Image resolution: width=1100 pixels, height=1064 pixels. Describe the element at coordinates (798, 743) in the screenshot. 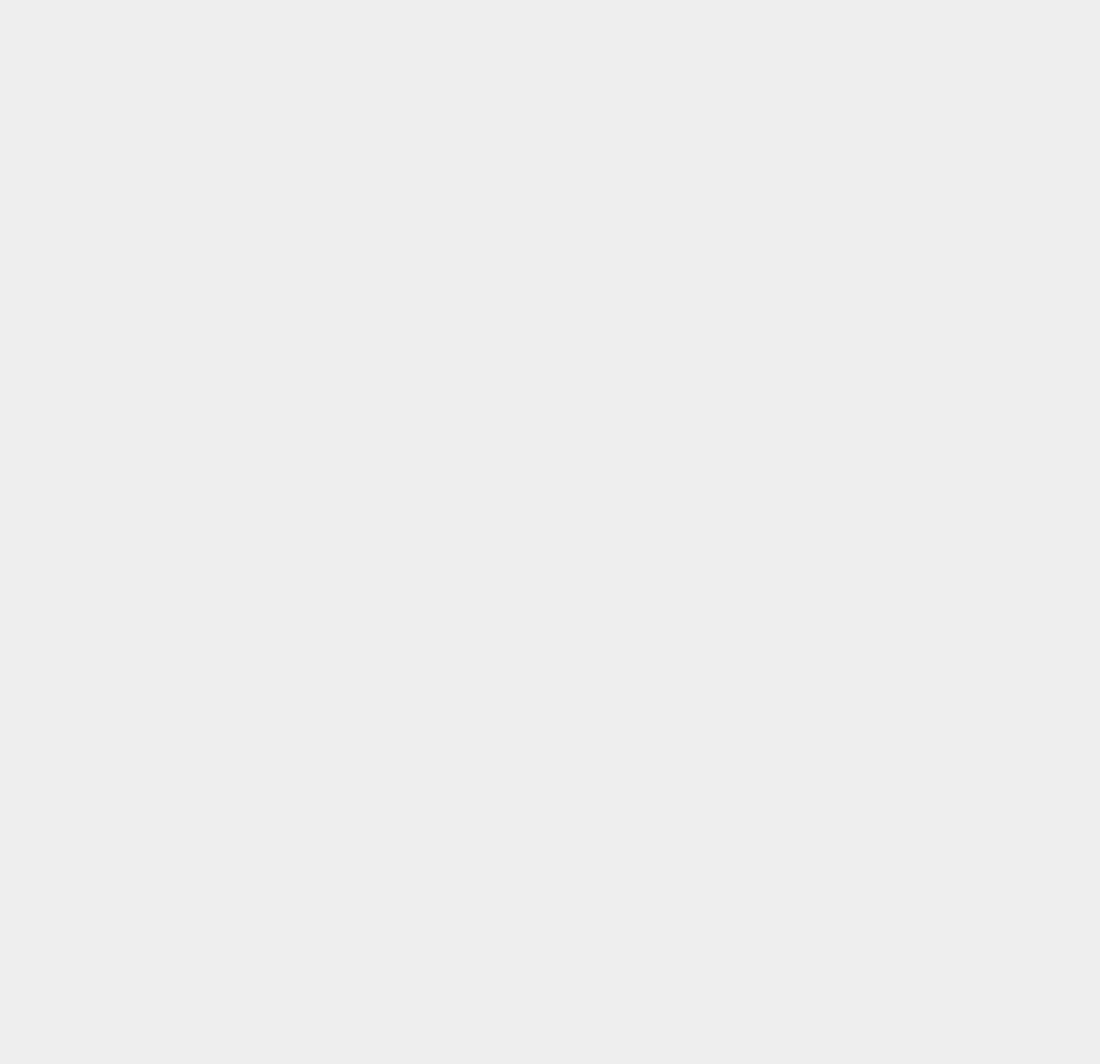

I see `'iOS 17'` at that location.